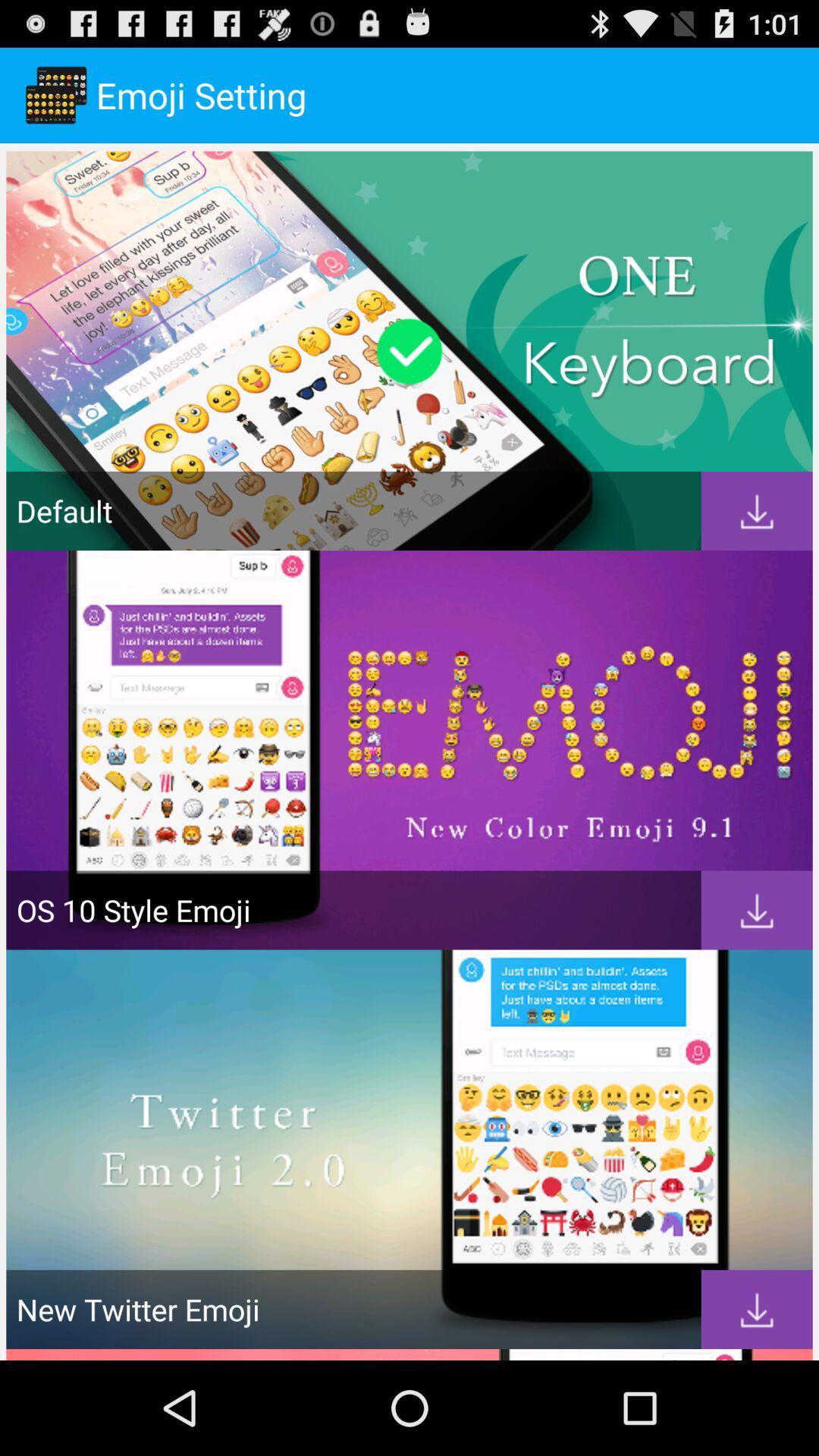 The width and height of the screenshot is (819, 1456). I want to click on download new twitter emoji, so click(757, 1309).